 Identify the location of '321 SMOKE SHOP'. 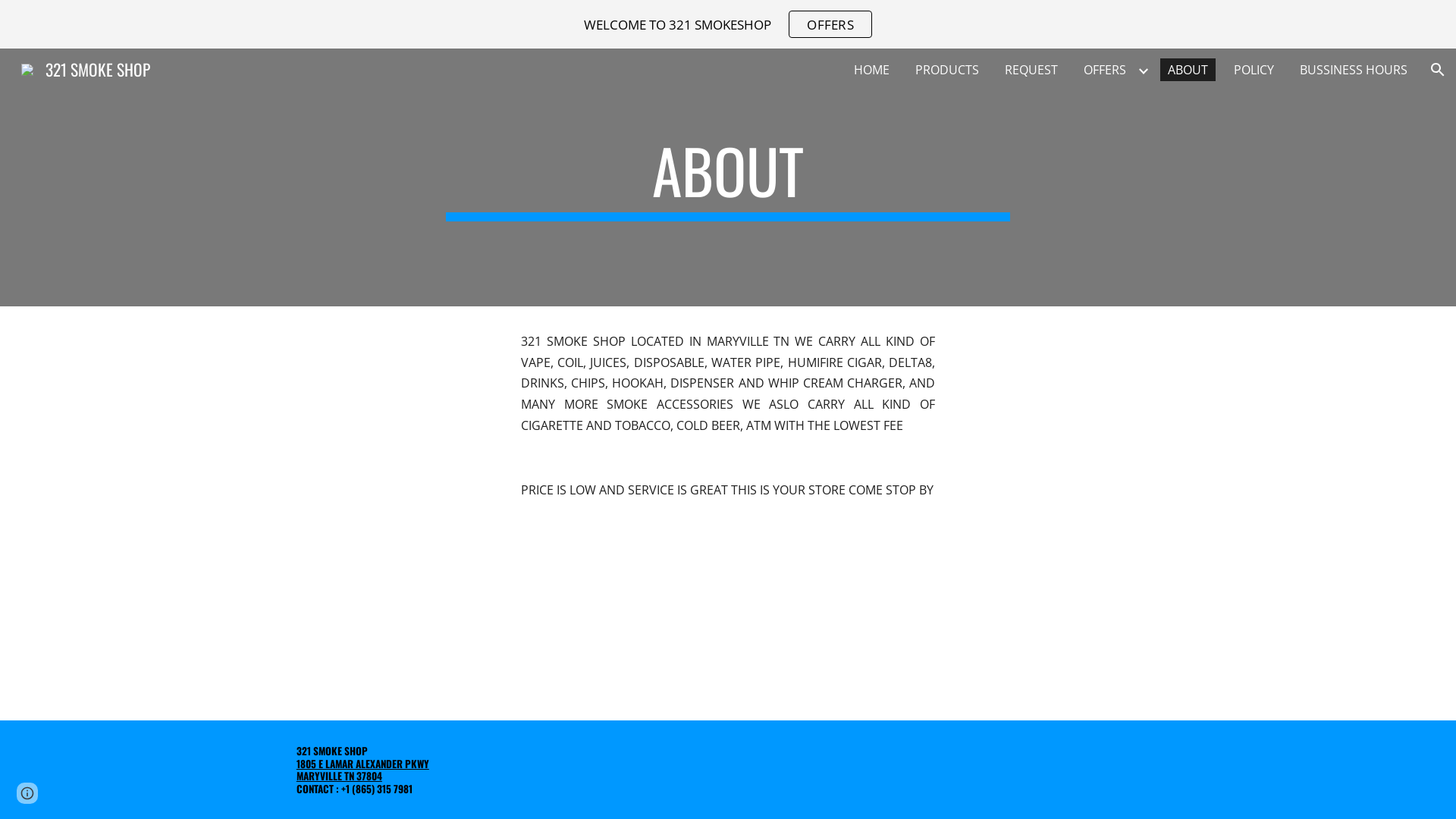
(85, 66).